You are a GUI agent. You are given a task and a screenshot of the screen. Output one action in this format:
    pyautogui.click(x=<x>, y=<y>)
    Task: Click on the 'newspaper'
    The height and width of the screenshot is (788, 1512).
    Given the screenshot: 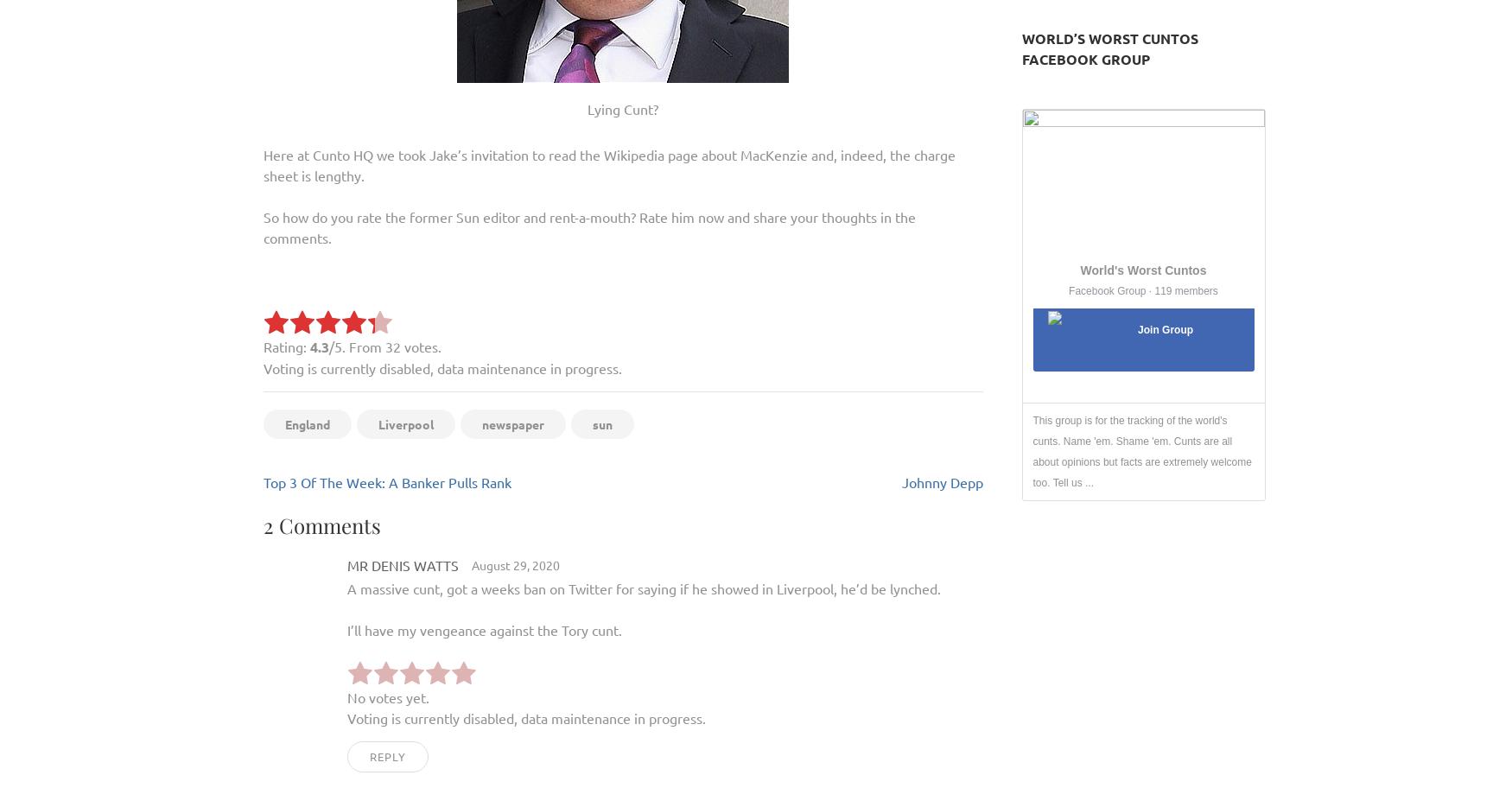 What is the action you would take?
    pyautogui.click(x=512, y=423)
    